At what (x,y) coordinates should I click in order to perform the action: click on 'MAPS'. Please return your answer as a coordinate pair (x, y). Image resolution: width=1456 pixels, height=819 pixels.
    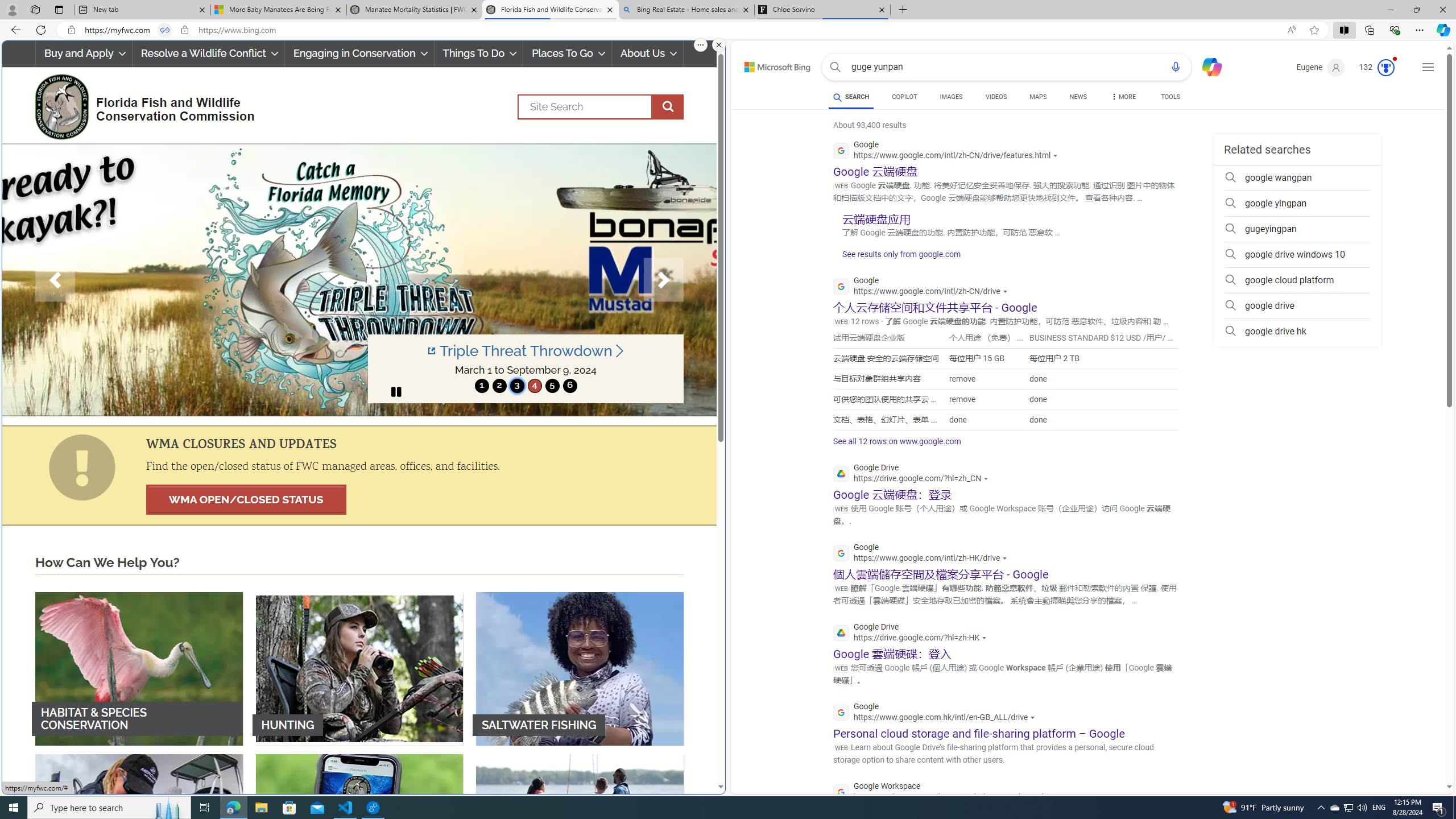
    Looking at the image, I should click on (1038, 98).